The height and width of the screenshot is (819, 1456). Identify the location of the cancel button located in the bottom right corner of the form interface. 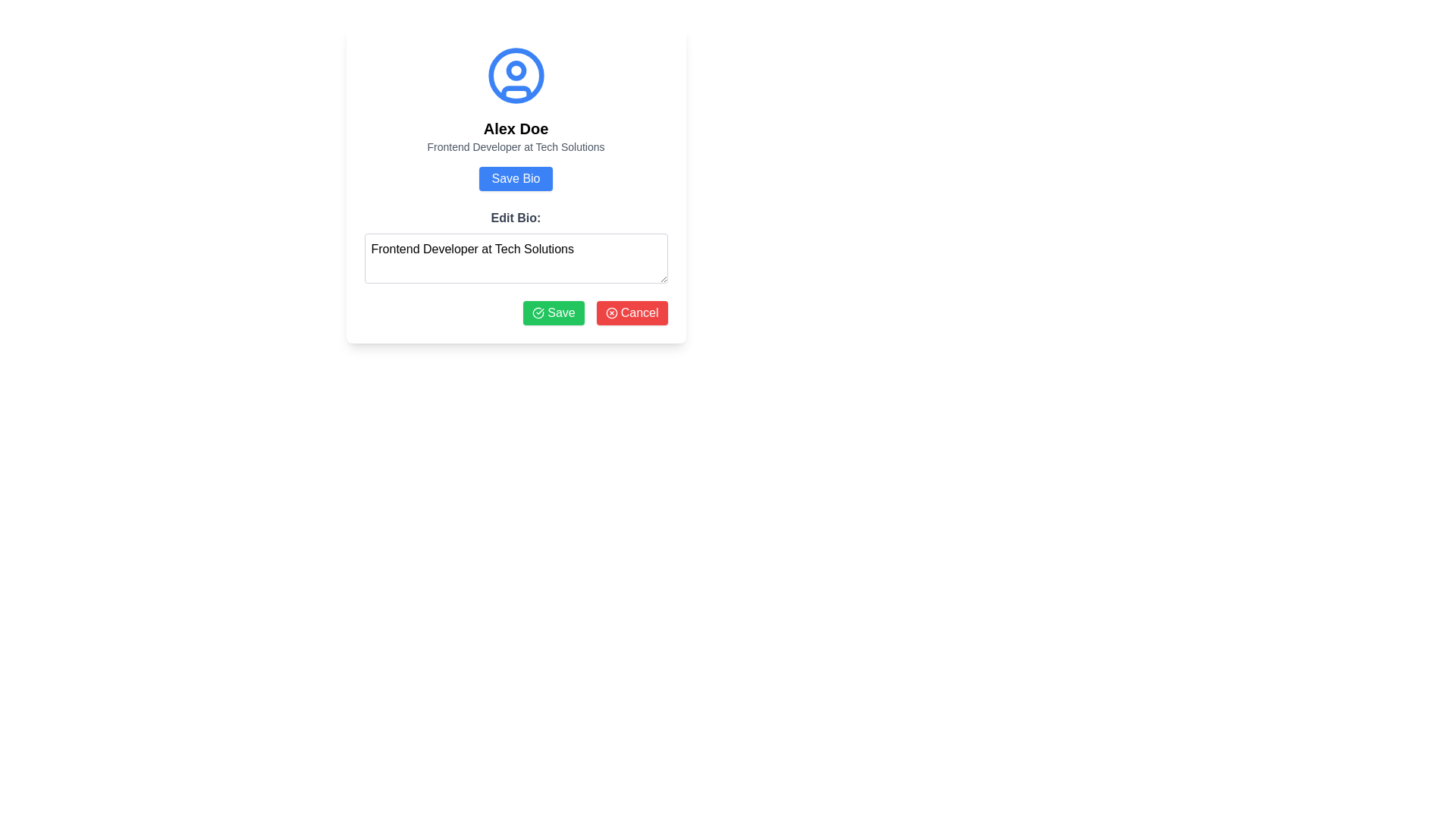
(632, 312).